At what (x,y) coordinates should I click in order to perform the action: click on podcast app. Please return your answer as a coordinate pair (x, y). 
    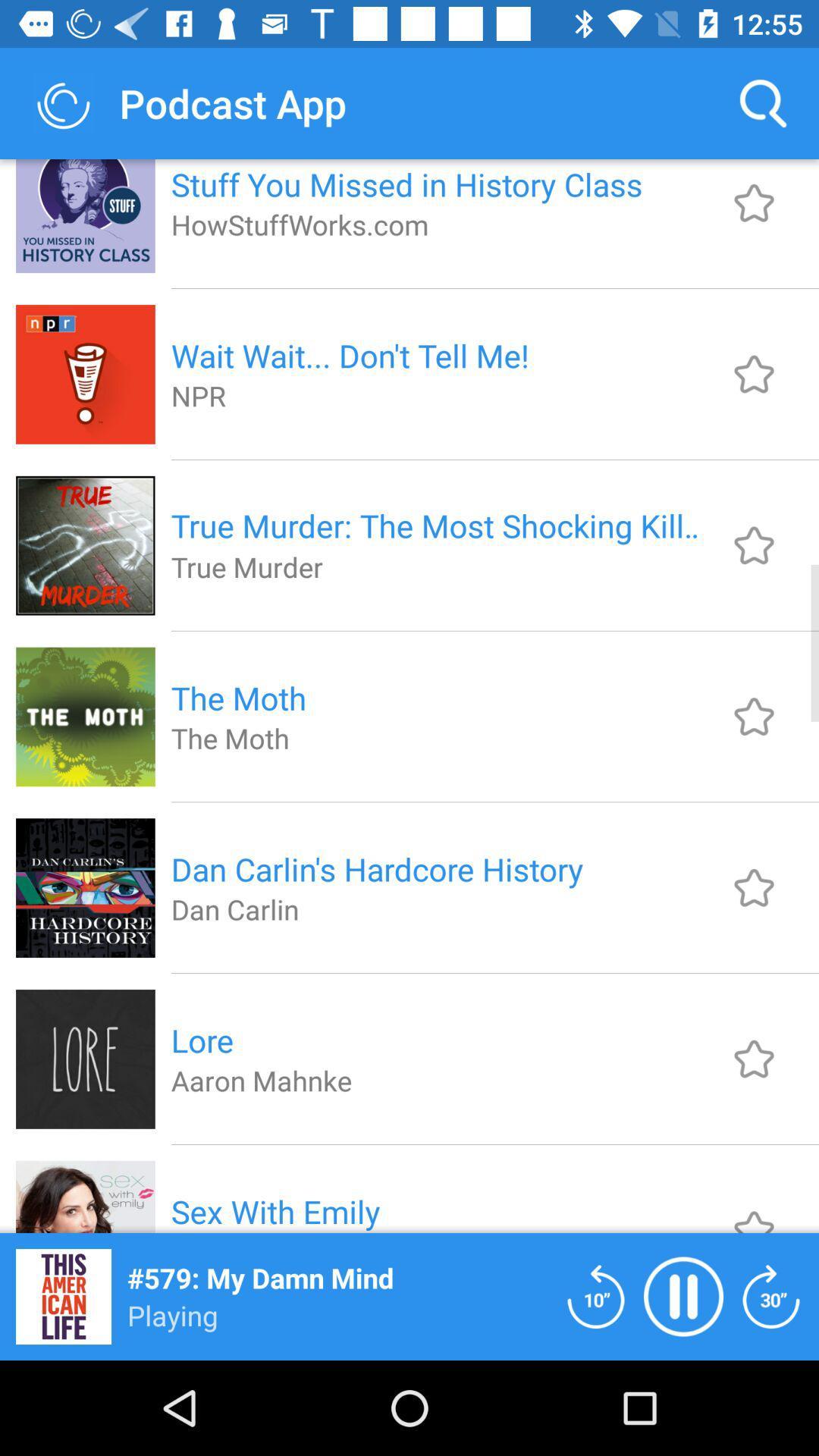
    Looking at the image, I should click on (595, 1295).